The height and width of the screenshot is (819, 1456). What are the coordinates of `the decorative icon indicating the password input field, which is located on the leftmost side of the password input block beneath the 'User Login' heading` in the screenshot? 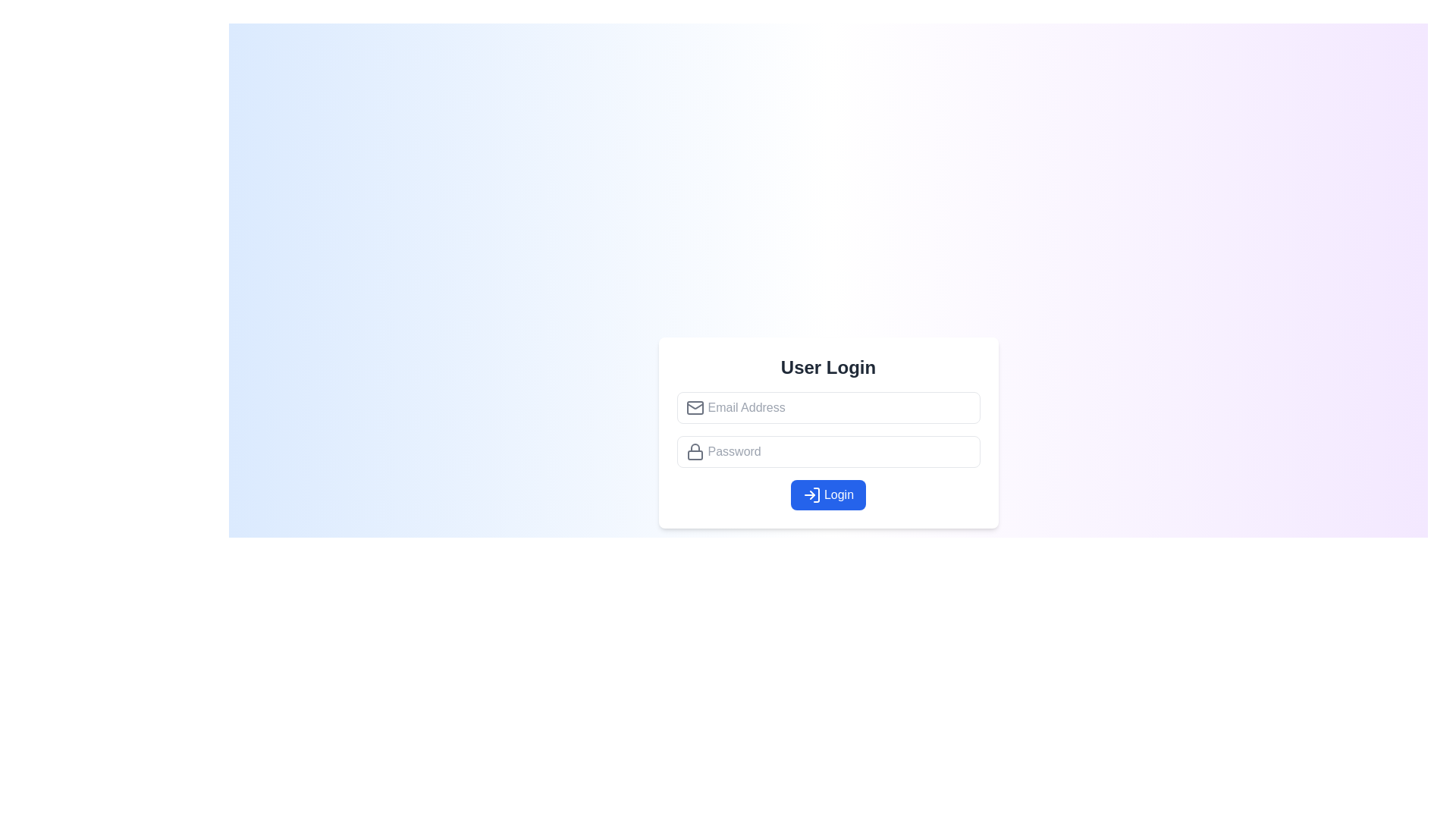 It's located at (694, 451).